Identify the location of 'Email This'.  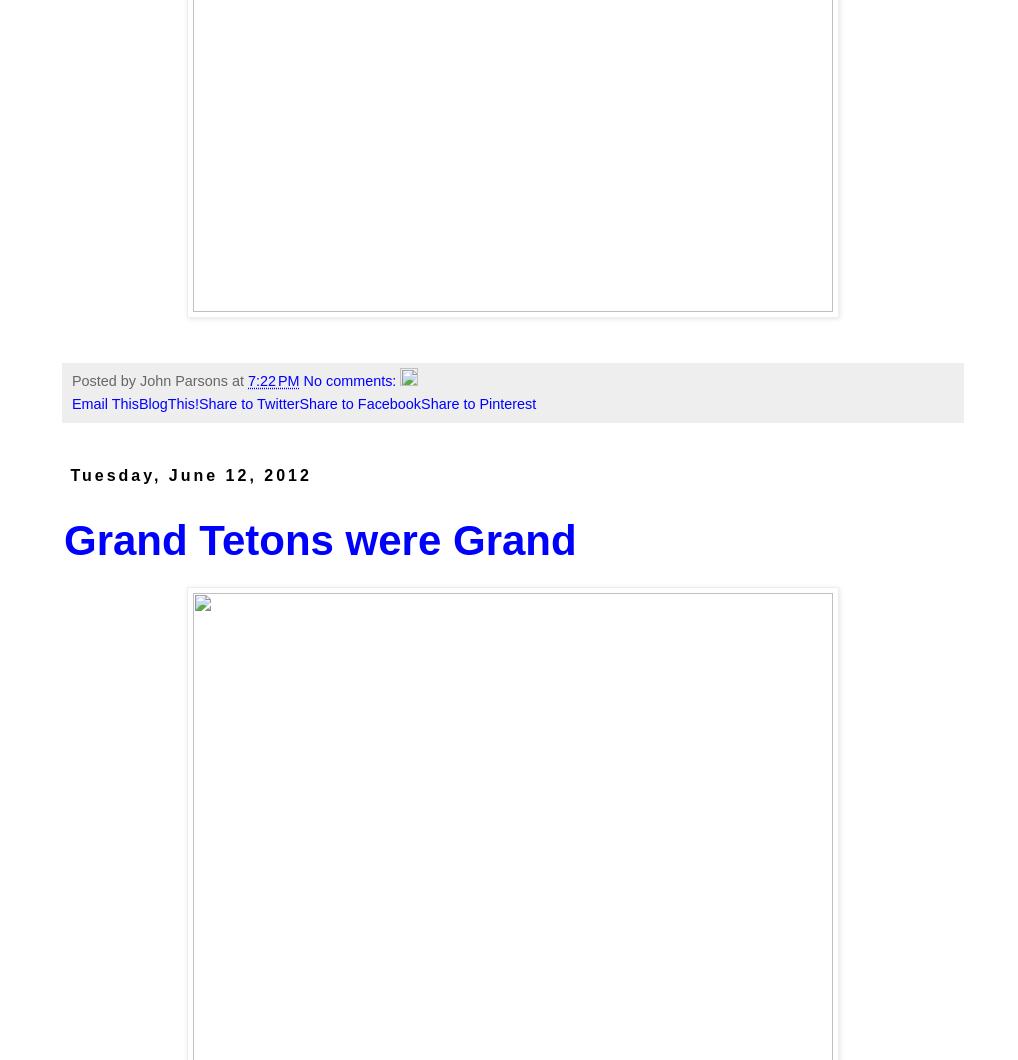
(103, 402).